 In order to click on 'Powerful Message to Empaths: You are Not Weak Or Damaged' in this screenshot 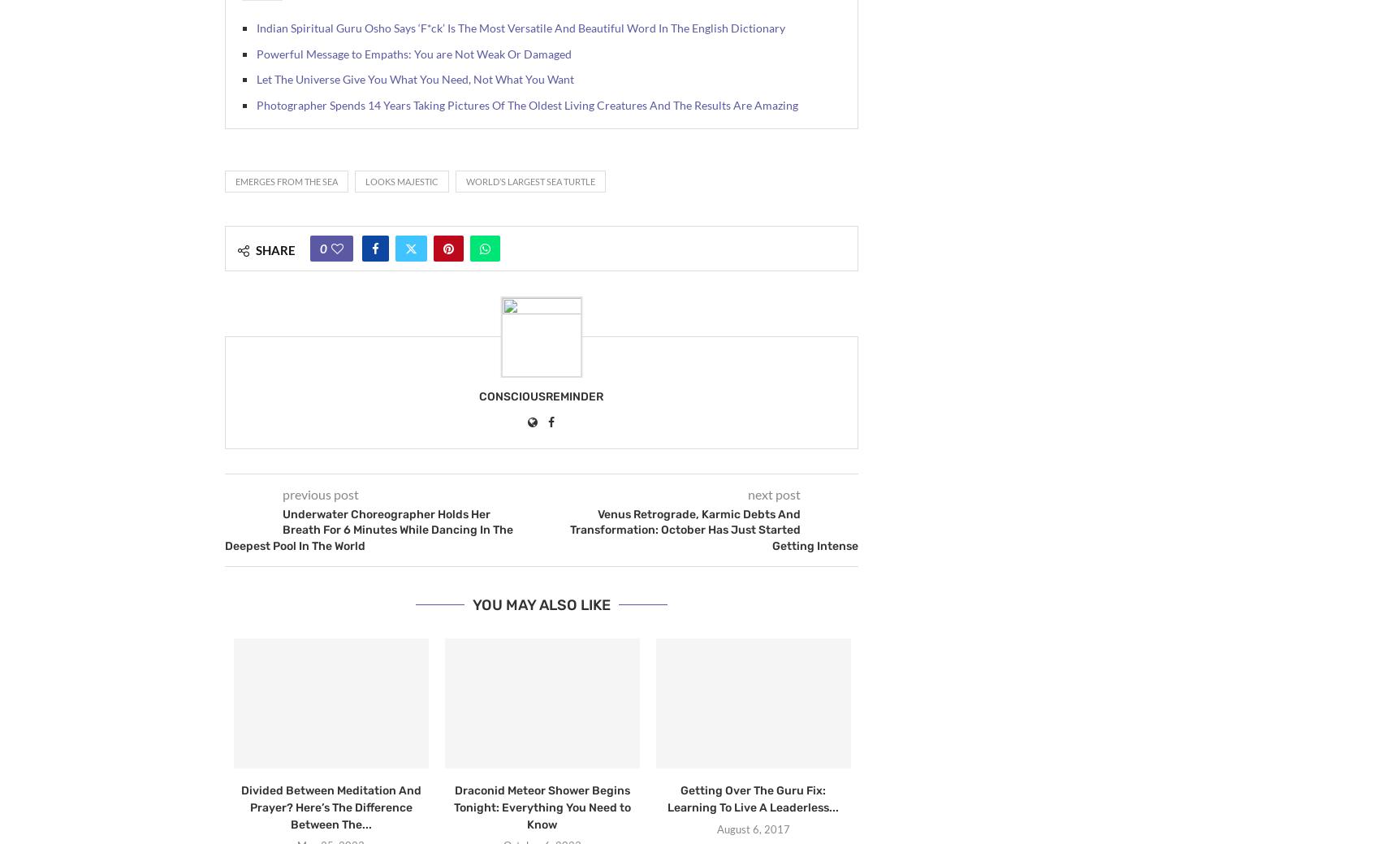, I will do `click(257, 52)`.